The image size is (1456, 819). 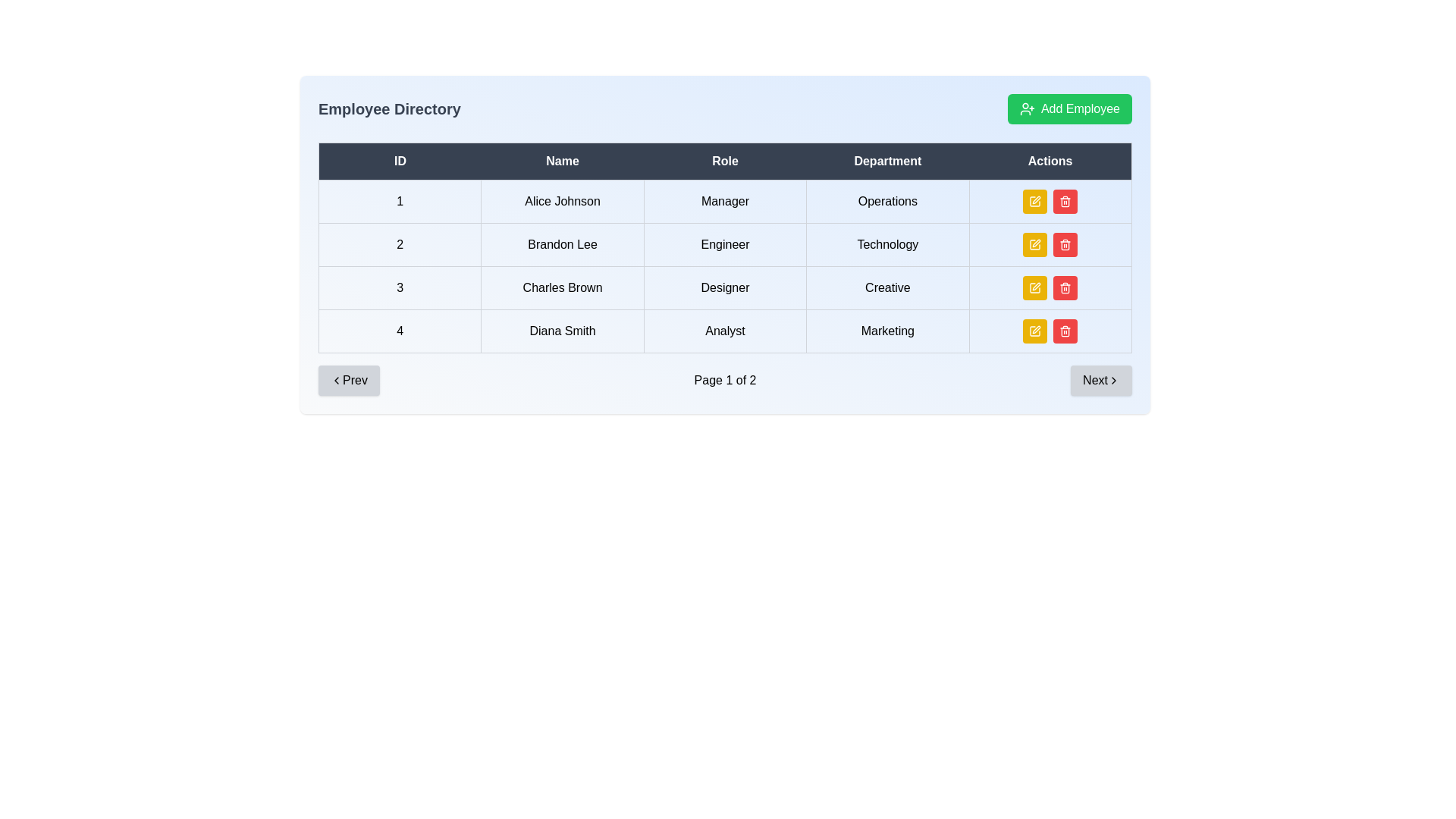 I want to click on the first edit button in the 'Actions' column of the fourth row in the table to initiate an edit action, so click(x=1034, y=288).